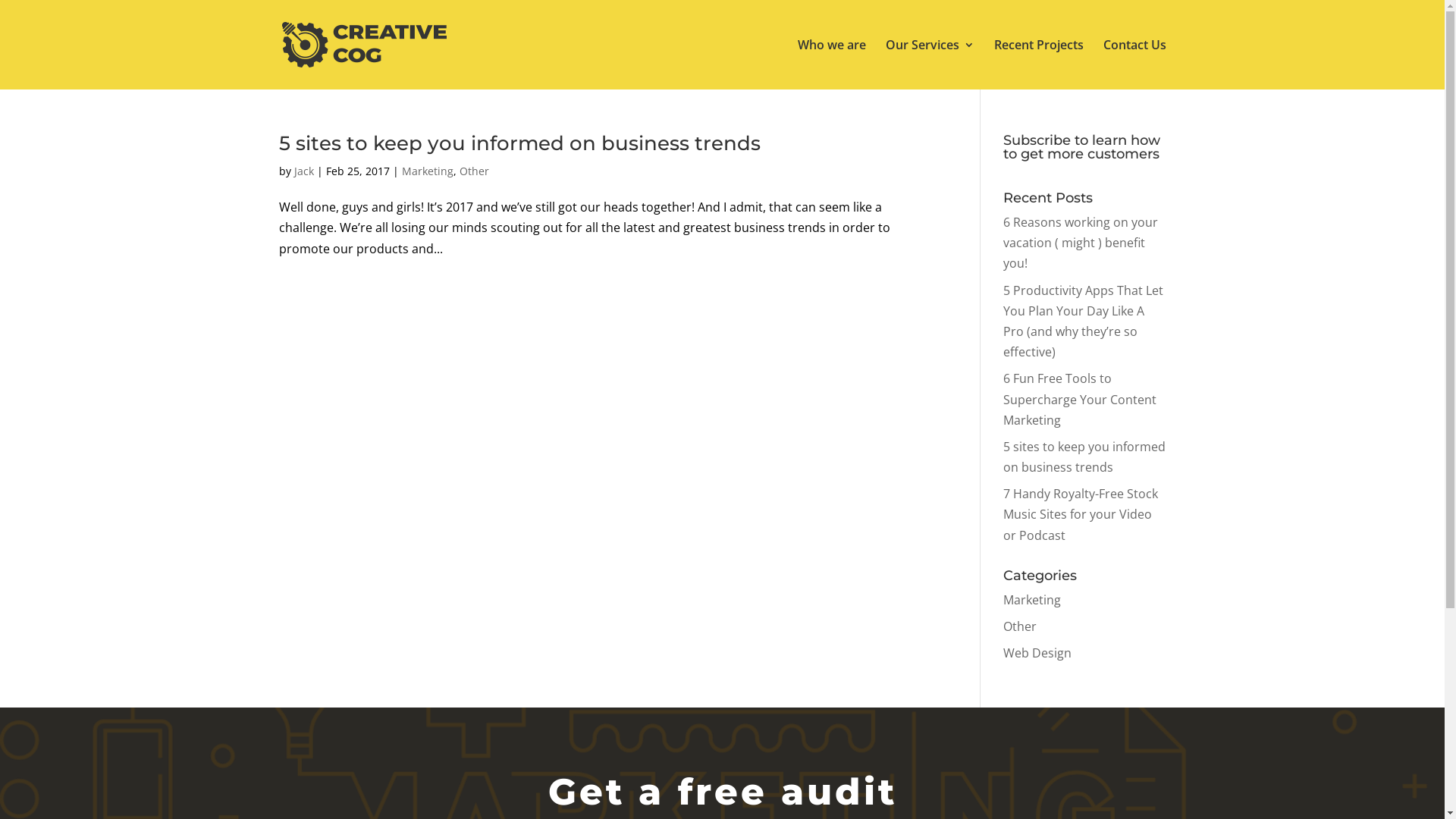 The height and width of the screenshot is (819, 1456). What do you see at coordinates (1037, 651) in the screenshot?
I see `'Web Design'` at bounding box center [1037, 651].